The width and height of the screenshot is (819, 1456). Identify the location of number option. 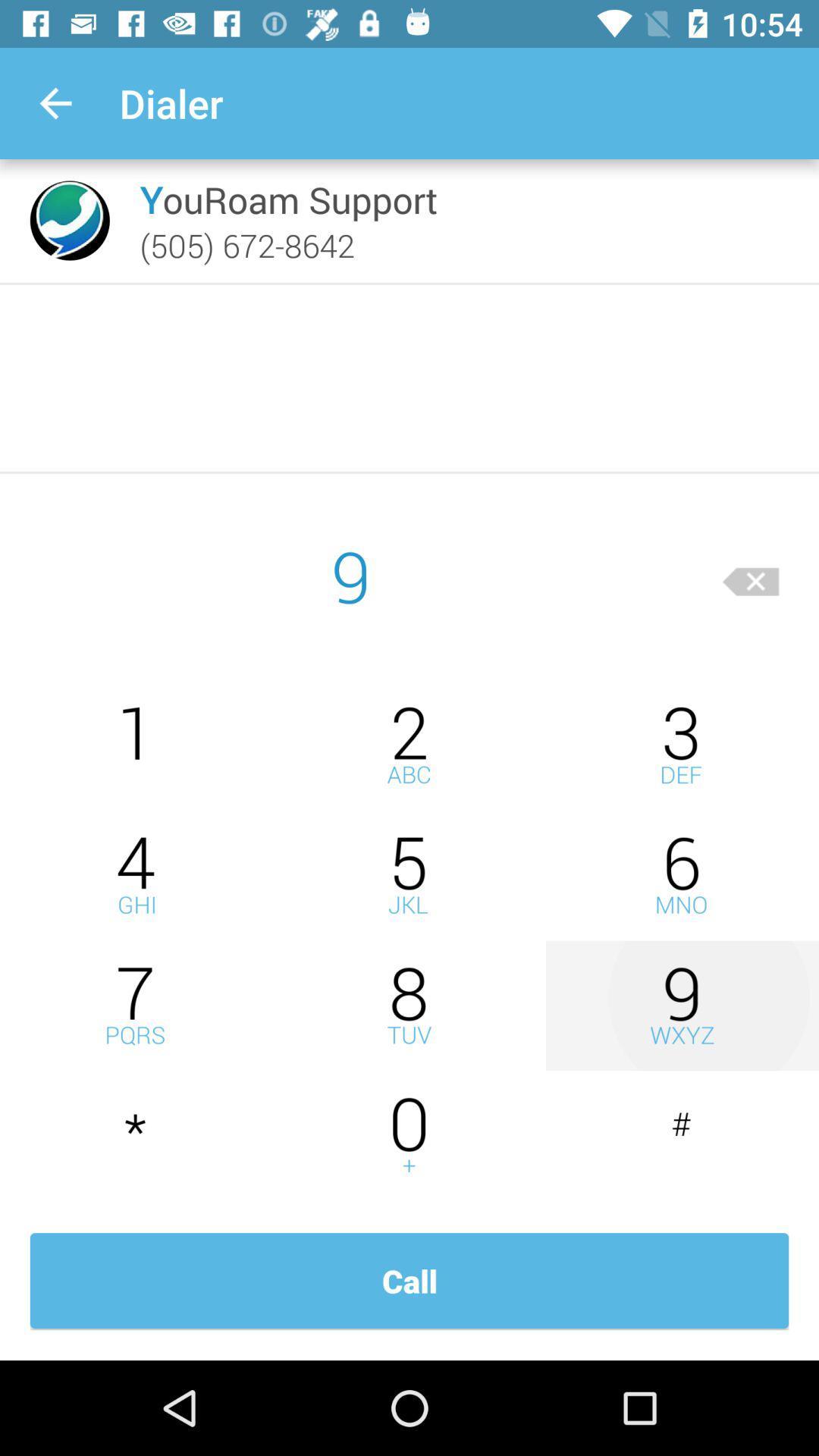
(681, 875).